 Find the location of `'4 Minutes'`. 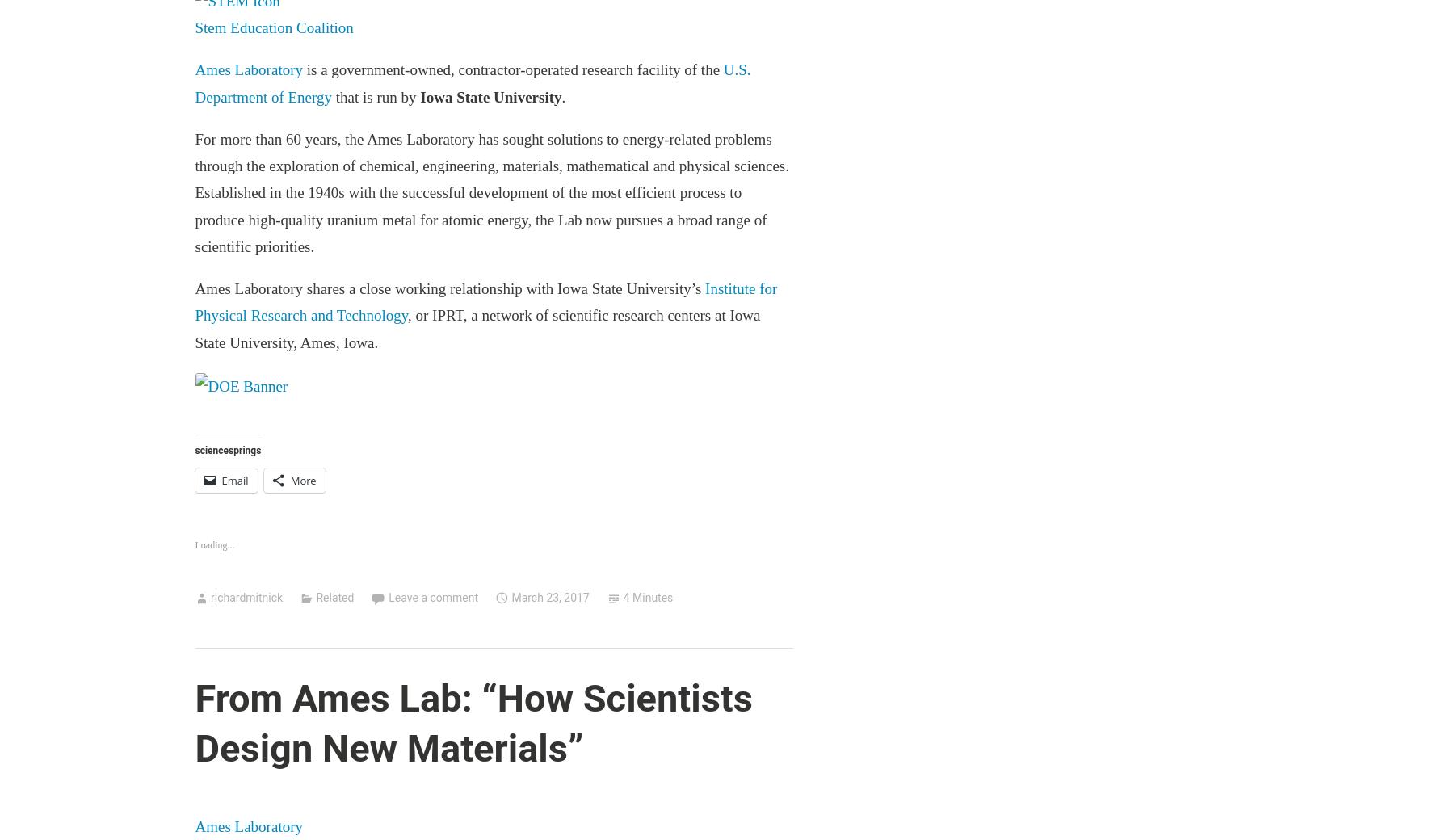

'4 Minutes' is located at coordinates (648, 597).